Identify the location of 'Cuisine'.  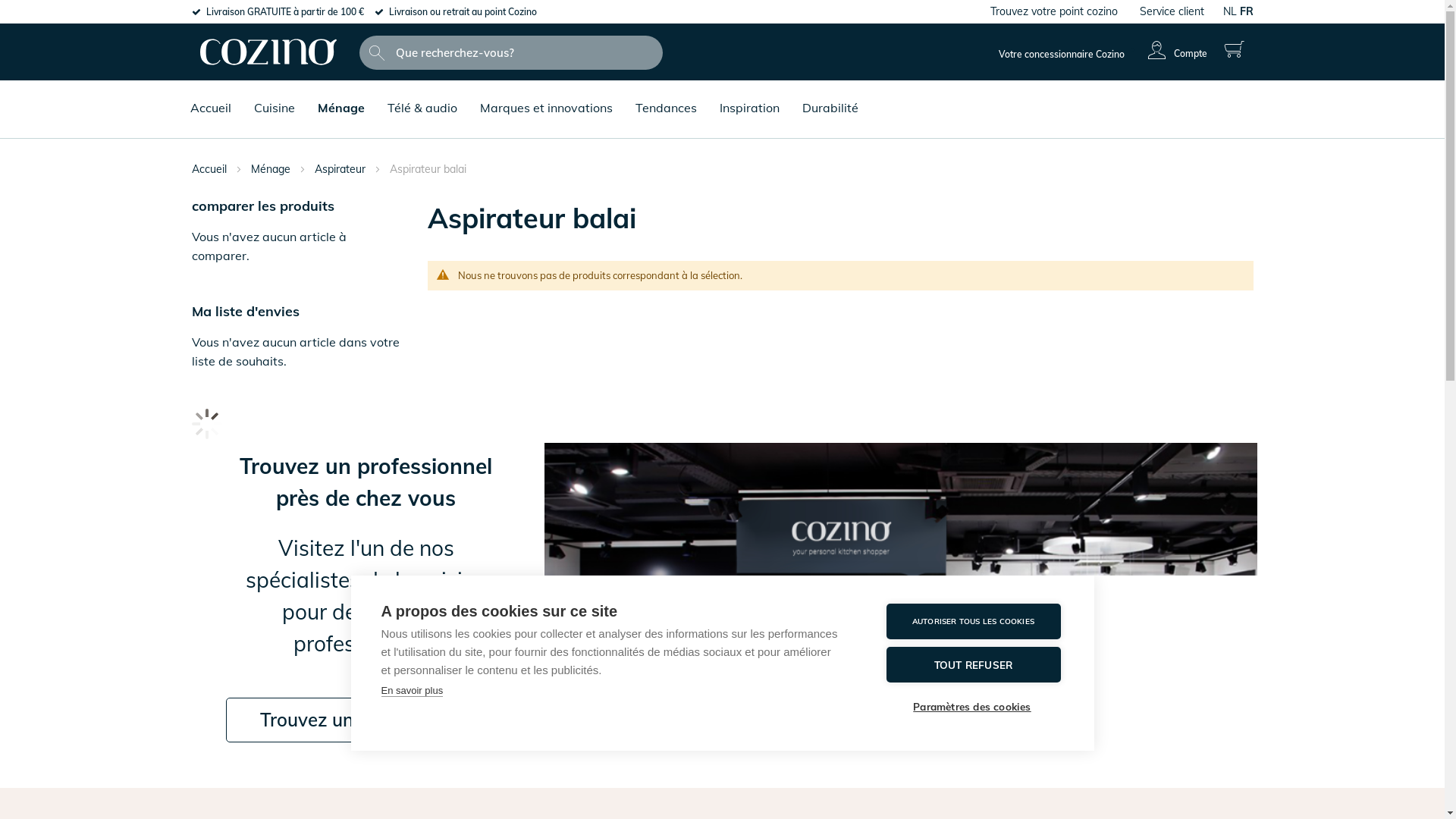
(246, 97).